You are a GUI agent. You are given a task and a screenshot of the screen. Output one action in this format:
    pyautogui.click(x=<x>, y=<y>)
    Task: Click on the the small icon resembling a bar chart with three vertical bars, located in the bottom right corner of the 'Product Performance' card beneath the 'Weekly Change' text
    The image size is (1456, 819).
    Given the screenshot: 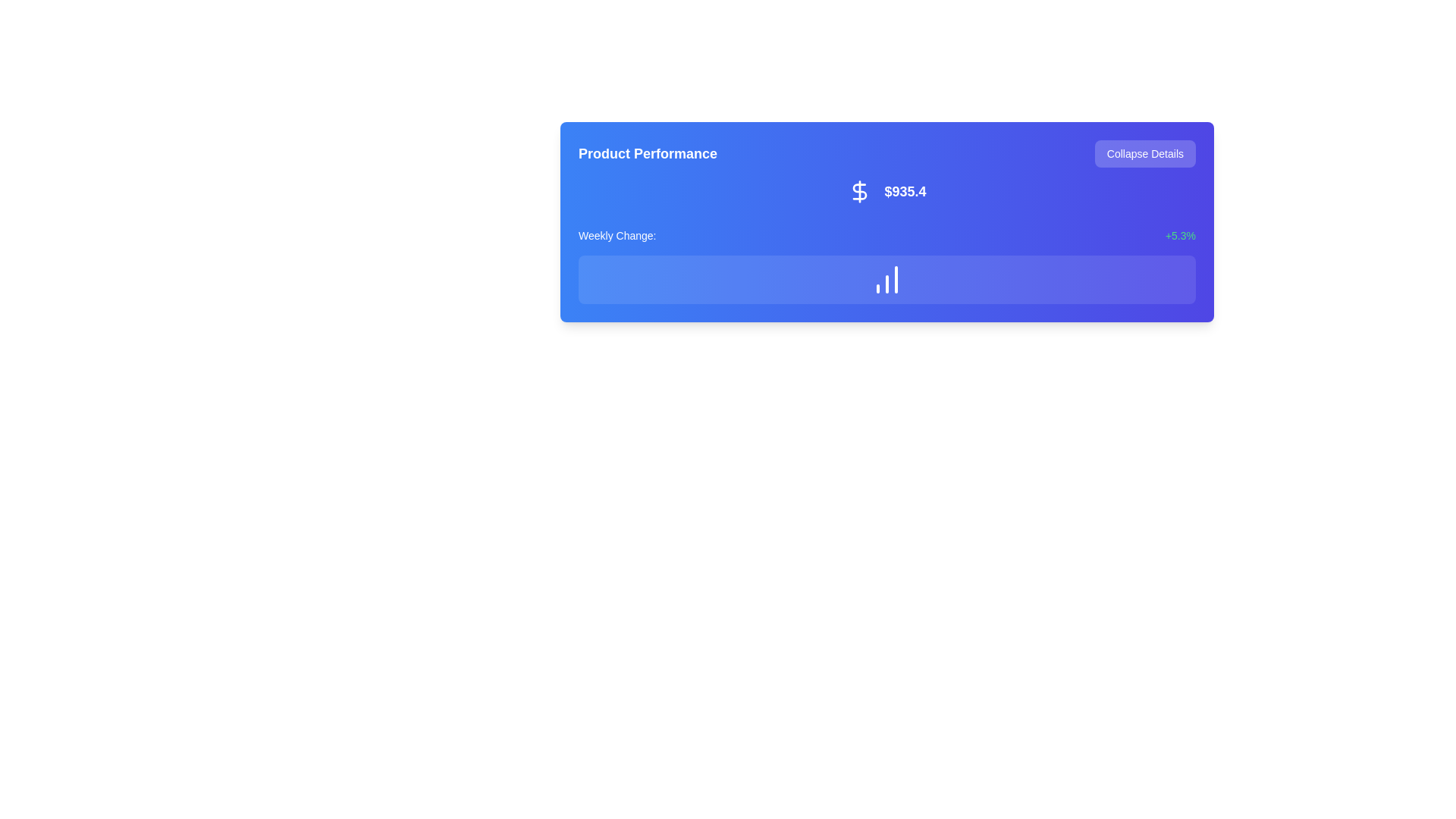 What is the action you would take?
    pyautogui.click(x=887, y=280)
    